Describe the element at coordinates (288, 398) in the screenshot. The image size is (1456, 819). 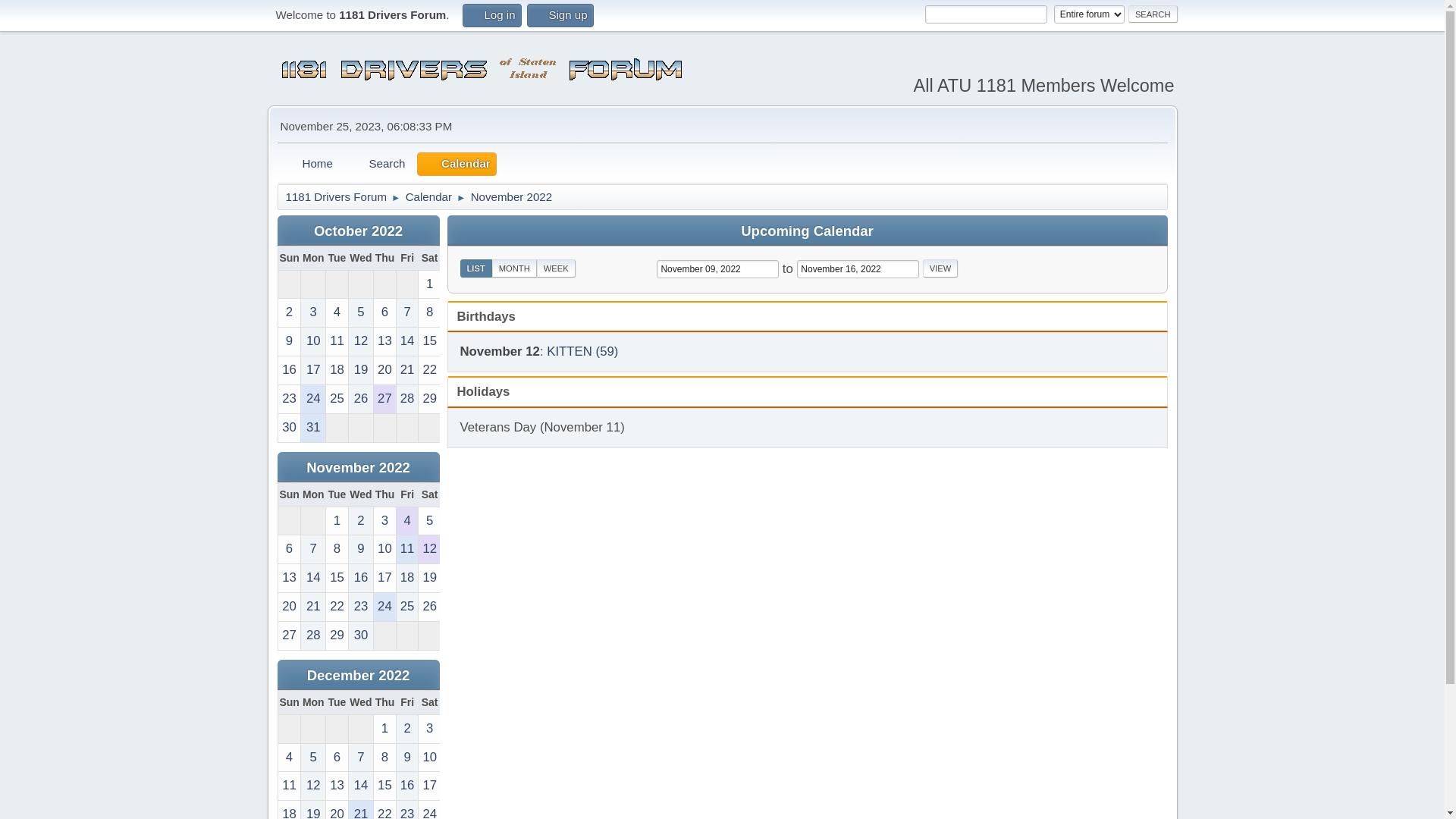
I see `'23'` at that location.